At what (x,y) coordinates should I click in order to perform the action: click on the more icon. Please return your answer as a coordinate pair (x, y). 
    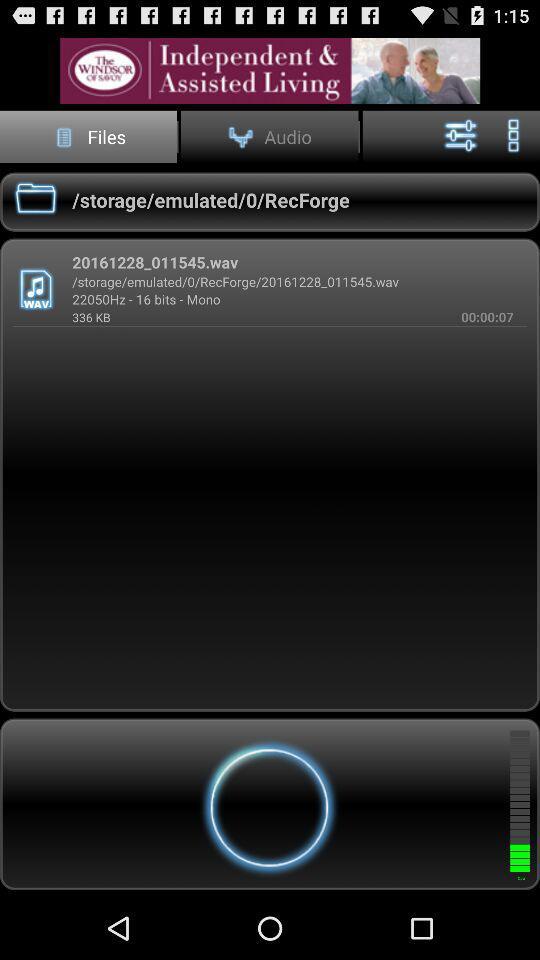
    Looking at the image, I should click on (513, 144).